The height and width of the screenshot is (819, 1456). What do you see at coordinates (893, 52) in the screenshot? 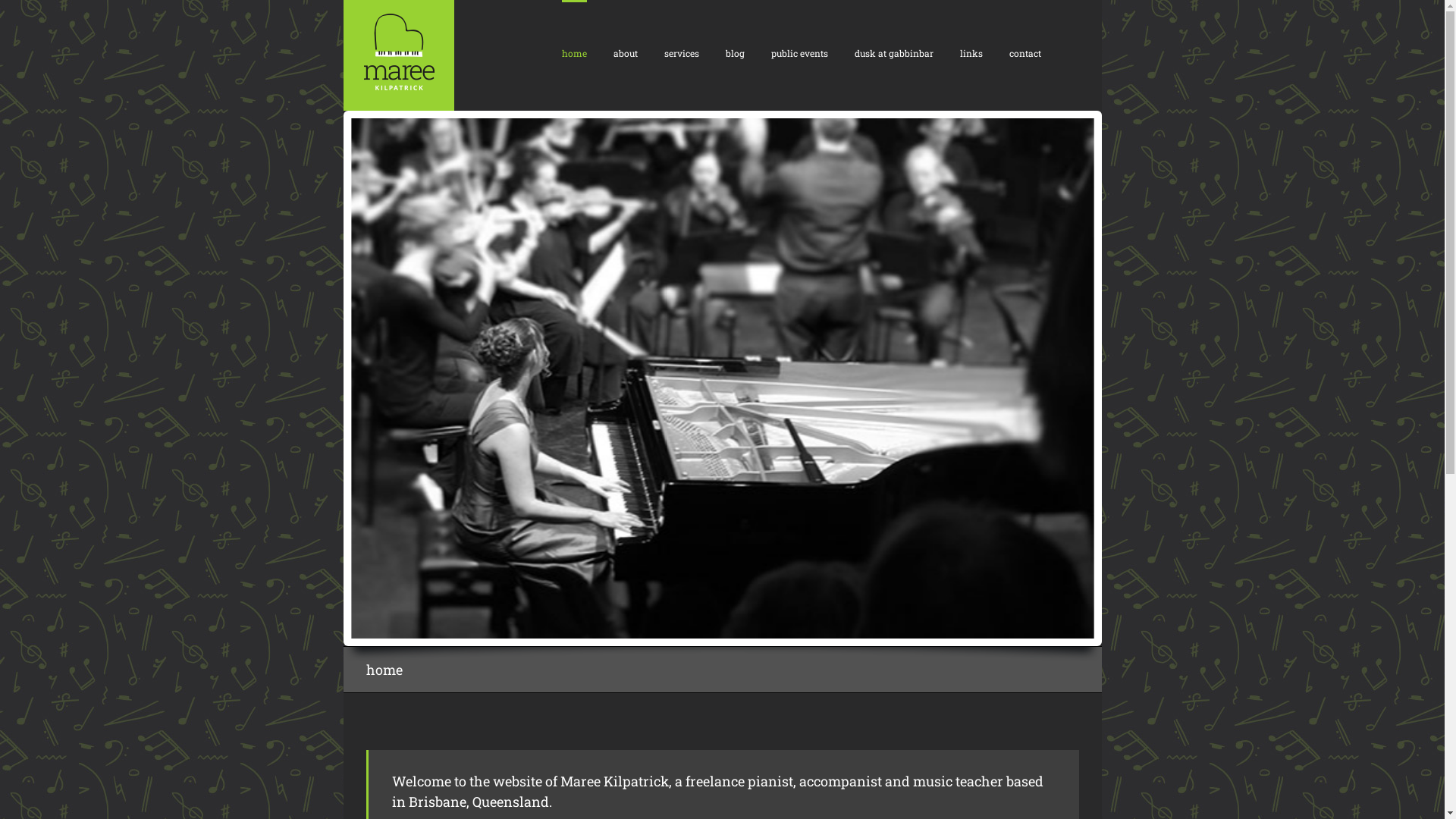
I see `'dusk at gabbinbar'` at bounding box center [893, 52].